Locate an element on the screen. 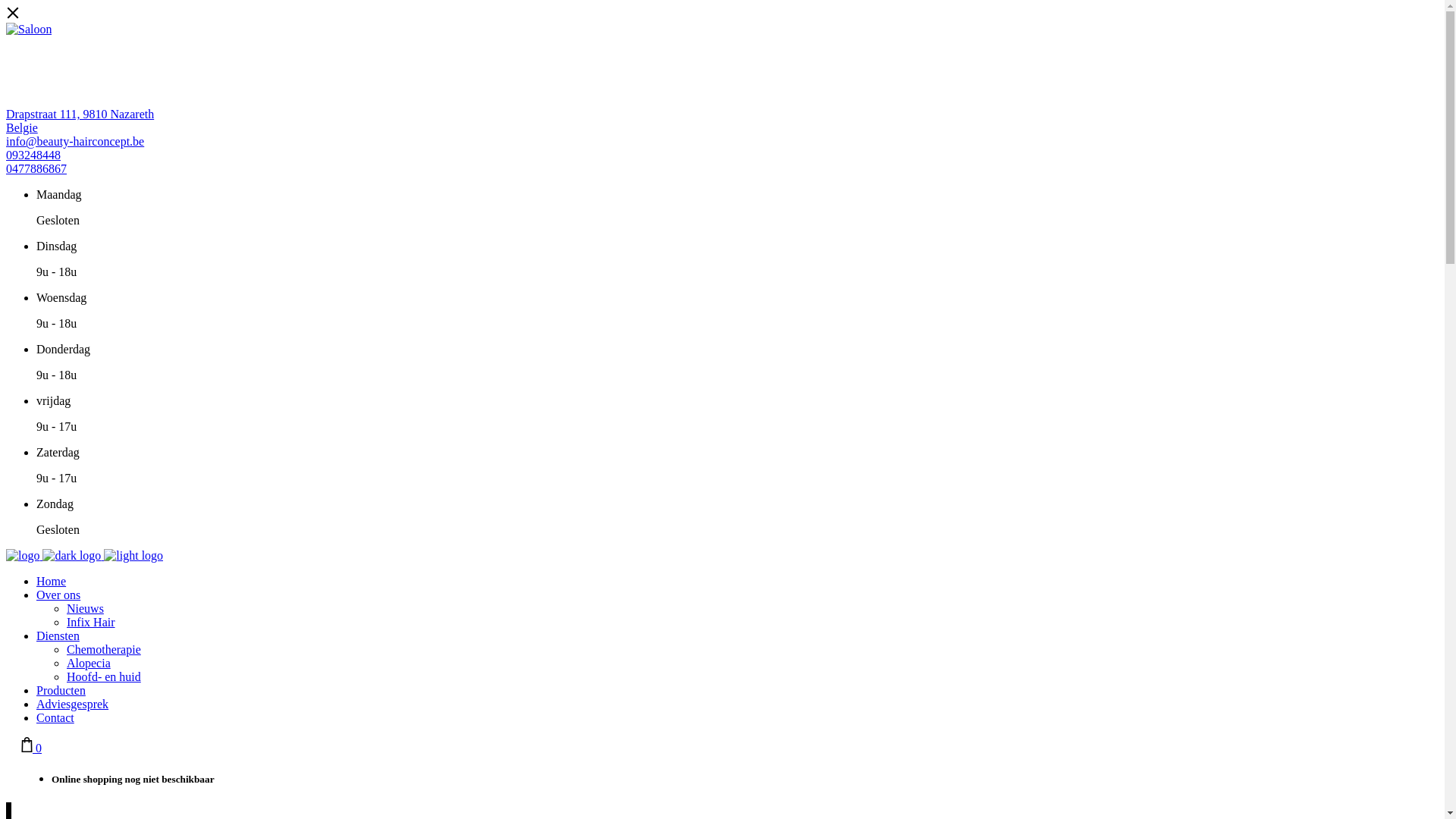 Image resolution: width=1456 pixels, height=819 pixels. '0' is located at coordinates (21, 747).